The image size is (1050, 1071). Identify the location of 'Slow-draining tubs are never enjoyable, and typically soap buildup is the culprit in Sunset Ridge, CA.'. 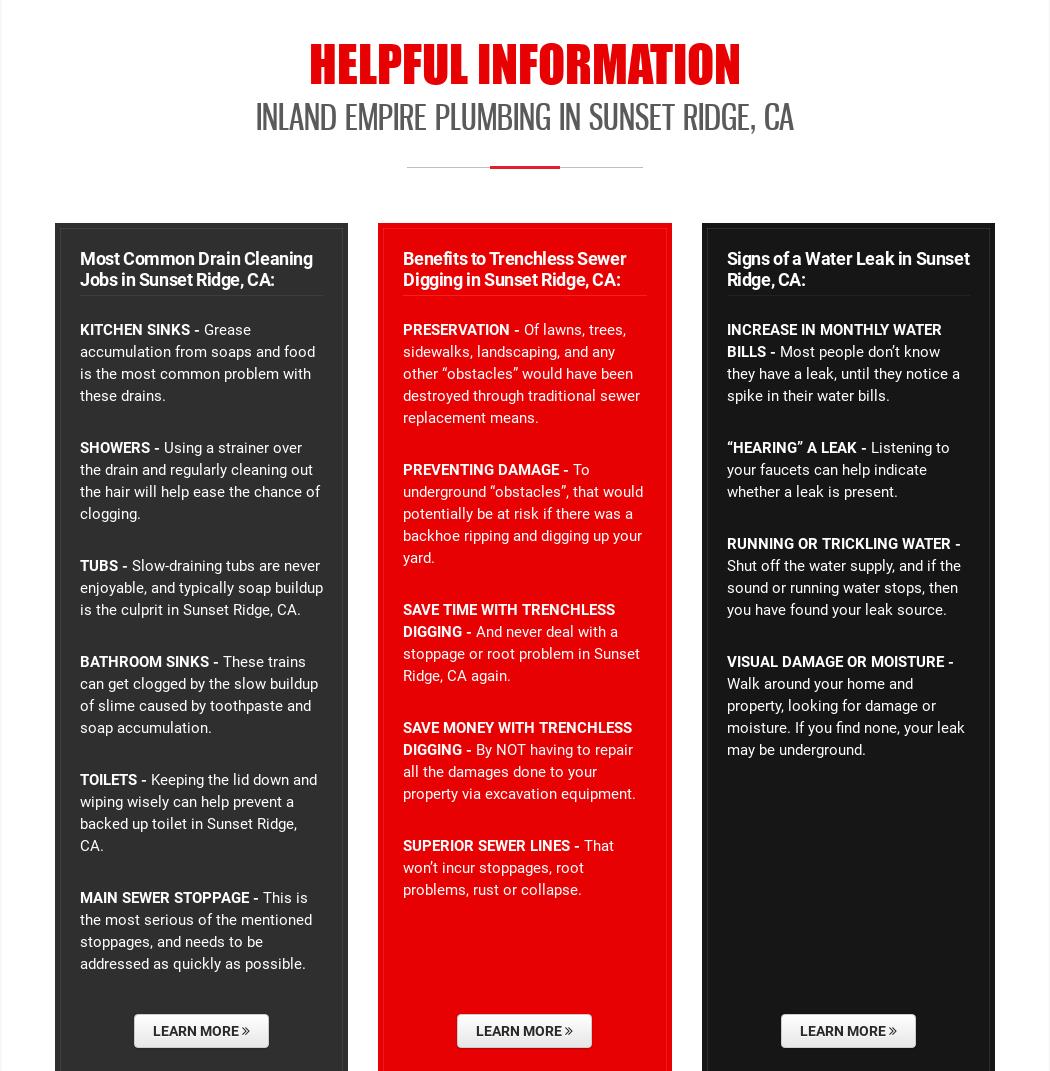
(80, 587).